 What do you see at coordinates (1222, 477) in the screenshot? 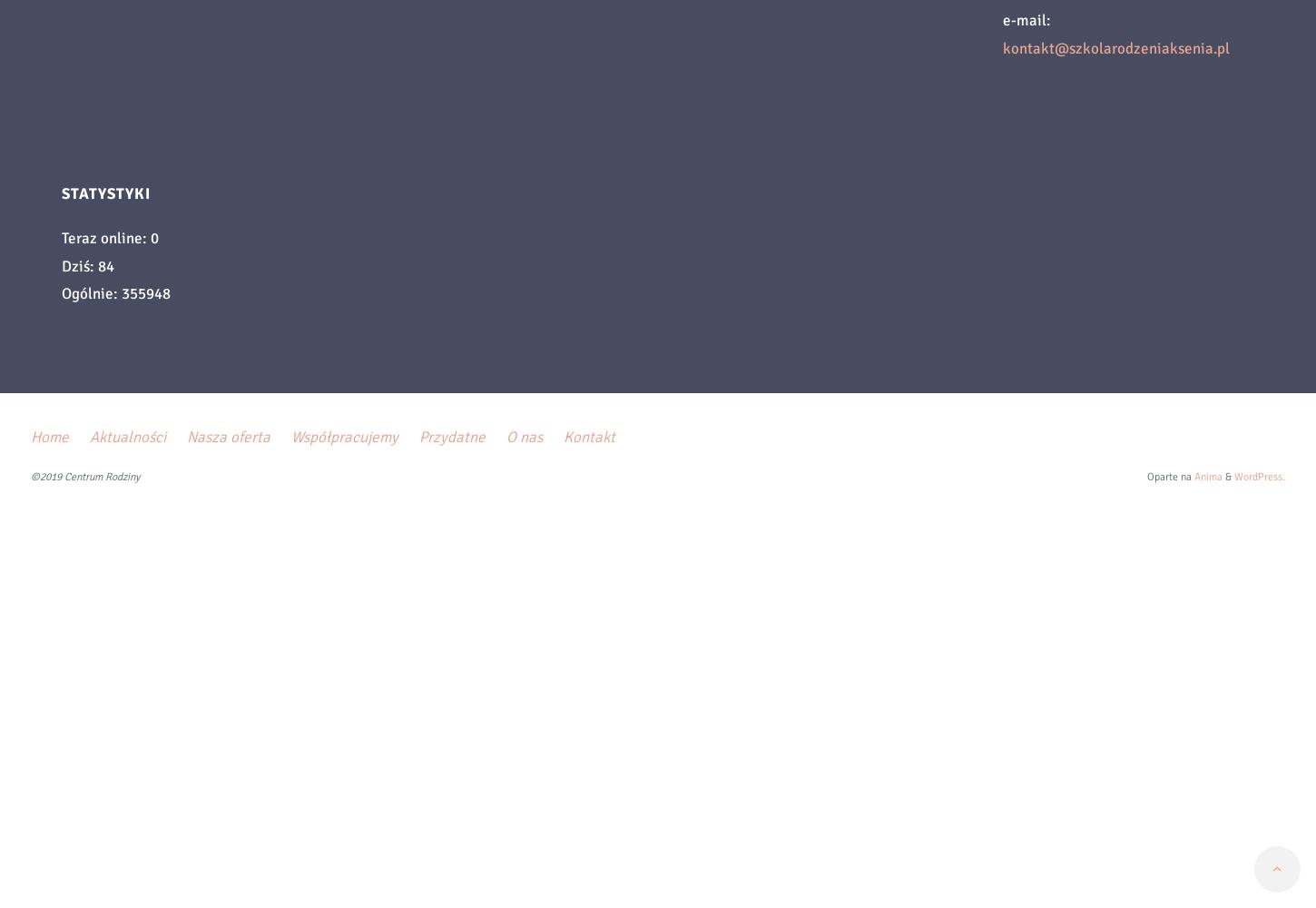
I see `'&'` at bounding box center [1222, 477].